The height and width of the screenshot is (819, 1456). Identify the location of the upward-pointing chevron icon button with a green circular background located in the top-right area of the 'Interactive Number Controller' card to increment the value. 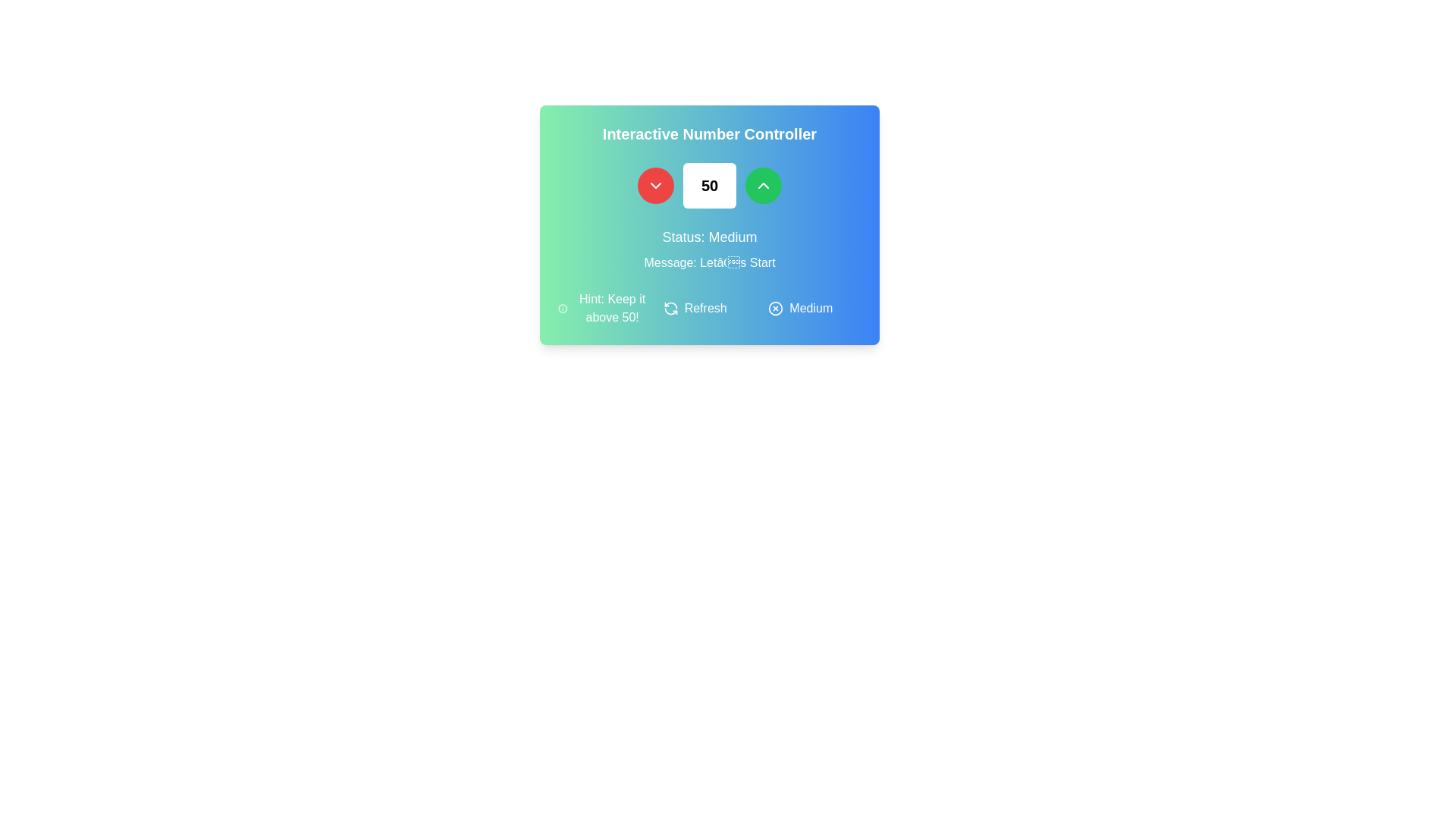
(764, 185).